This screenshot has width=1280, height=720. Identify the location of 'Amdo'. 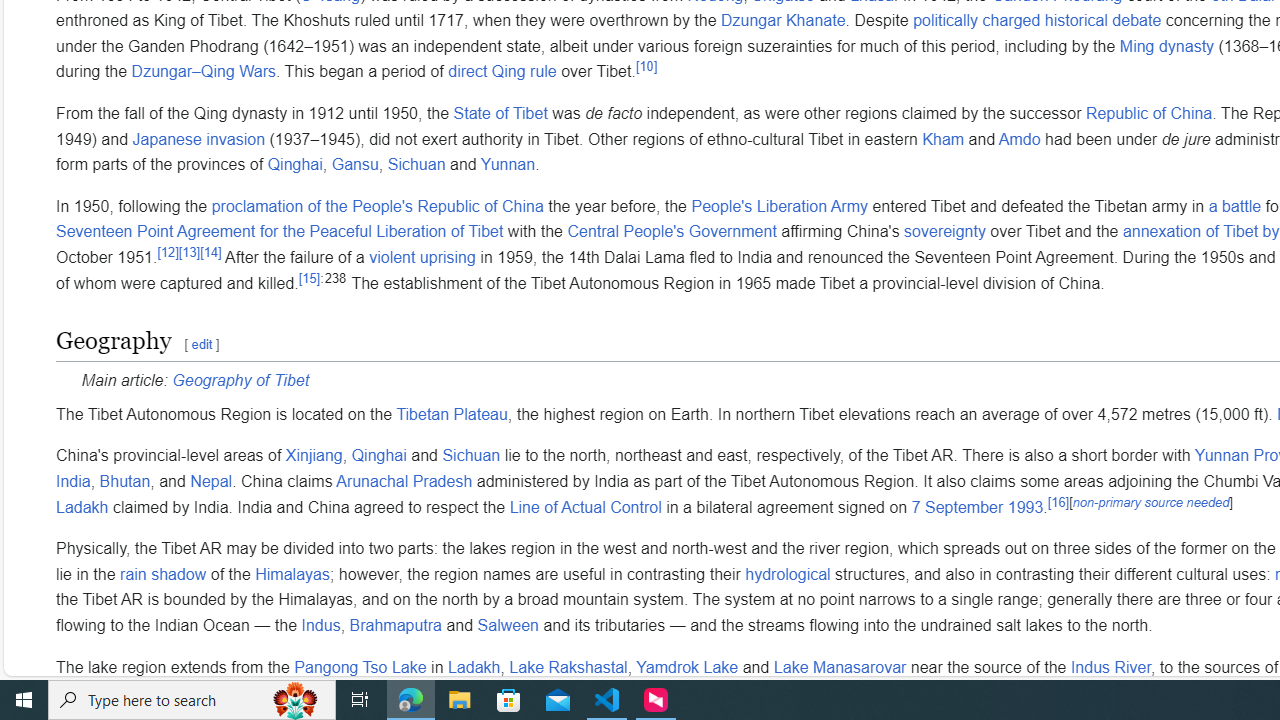
(1019, 138).